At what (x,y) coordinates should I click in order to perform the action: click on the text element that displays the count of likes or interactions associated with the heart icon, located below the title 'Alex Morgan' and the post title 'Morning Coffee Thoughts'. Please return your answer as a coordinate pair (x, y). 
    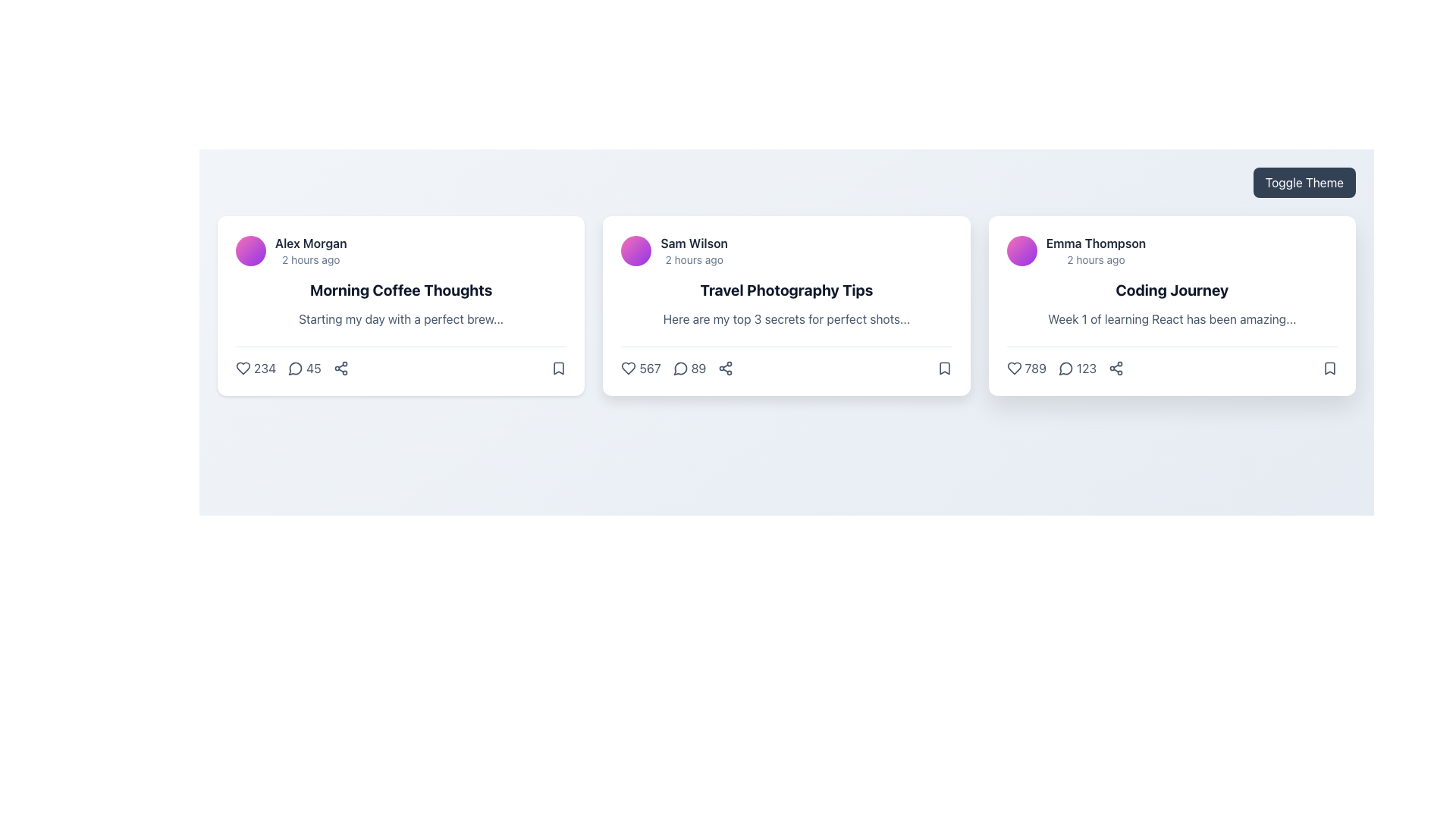
    Looking at the image, I should click on (265, 369).